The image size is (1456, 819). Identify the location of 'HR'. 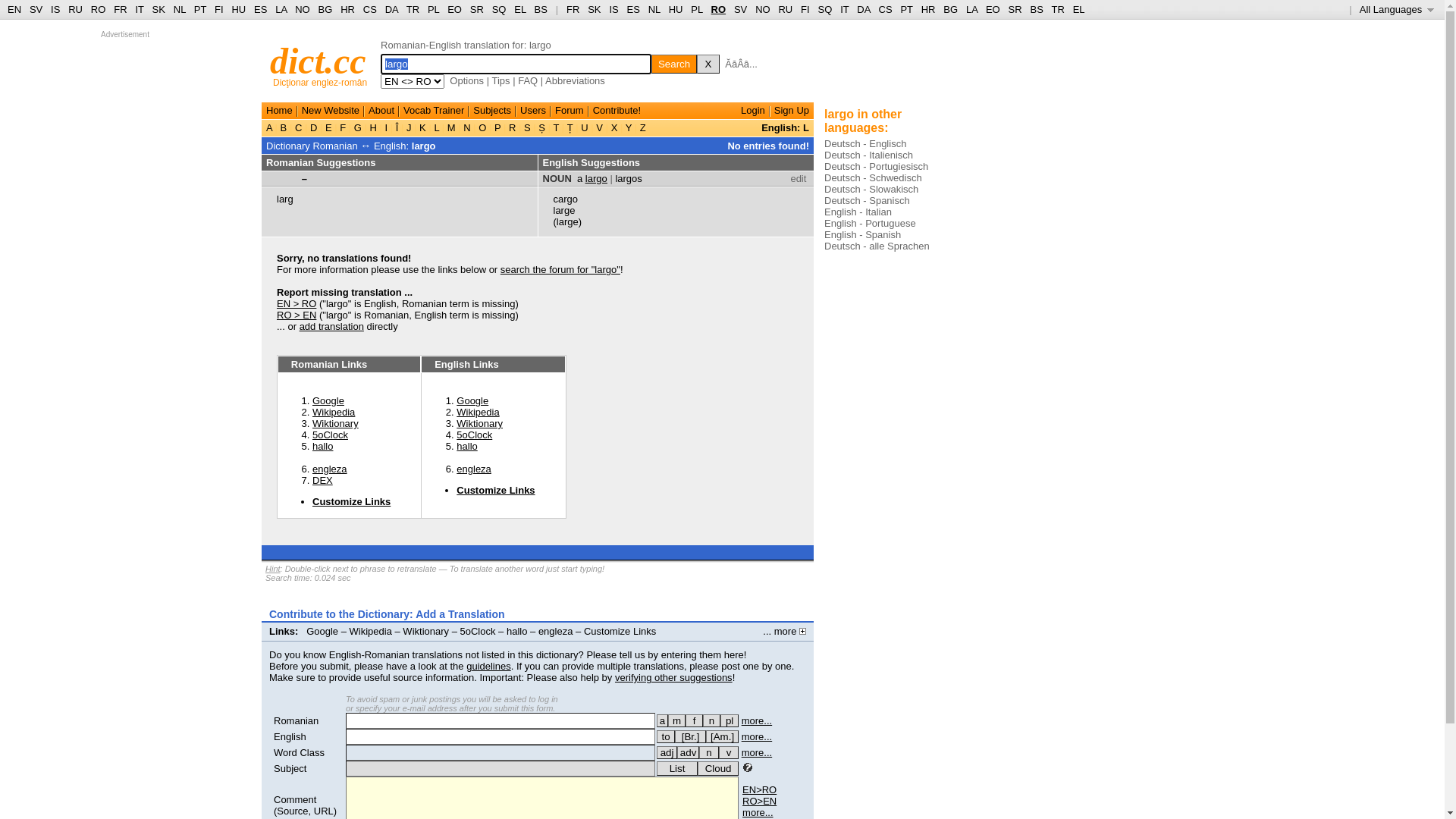
(347, 9).